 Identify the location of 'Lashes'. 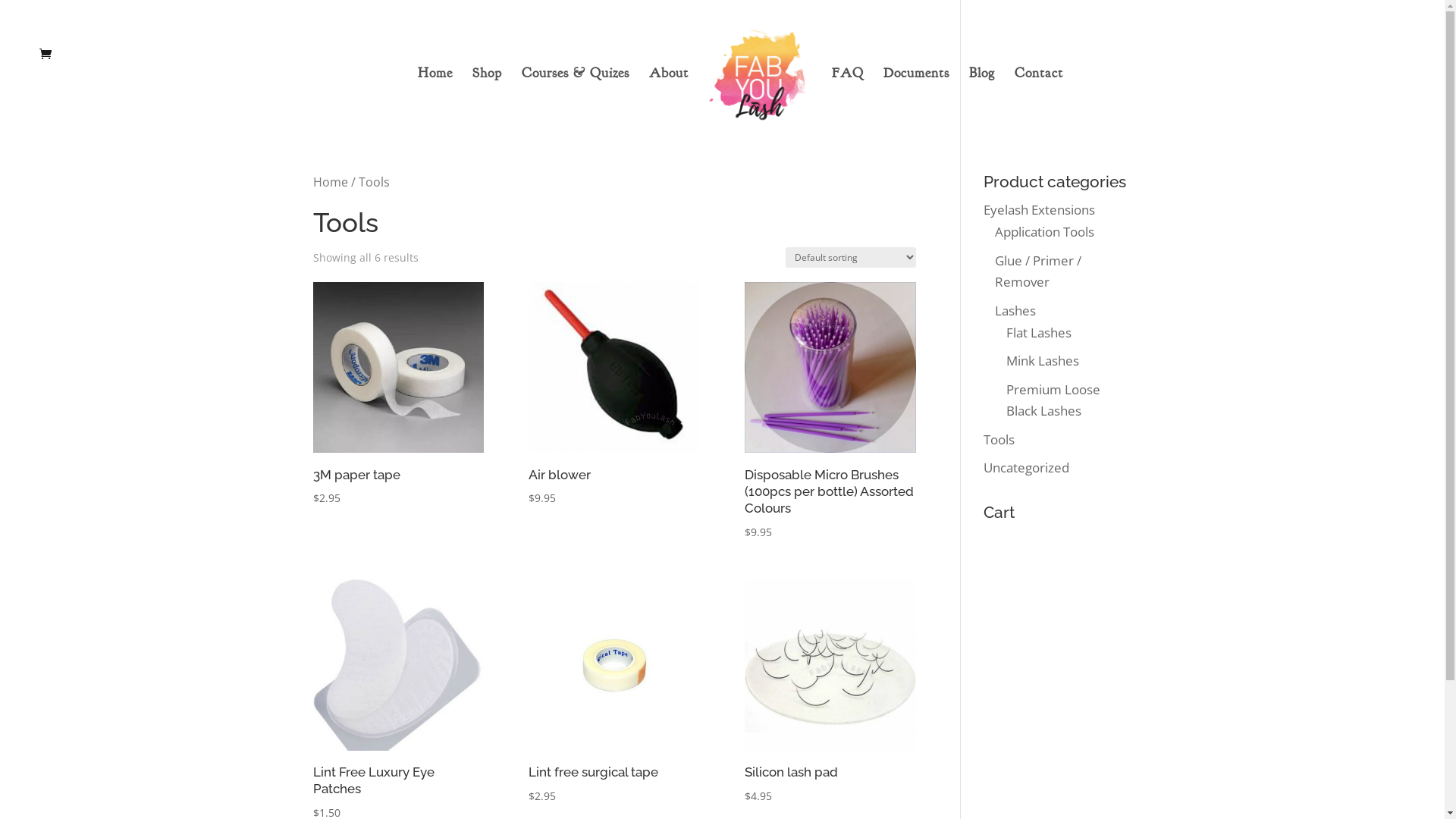
(1015, 309).